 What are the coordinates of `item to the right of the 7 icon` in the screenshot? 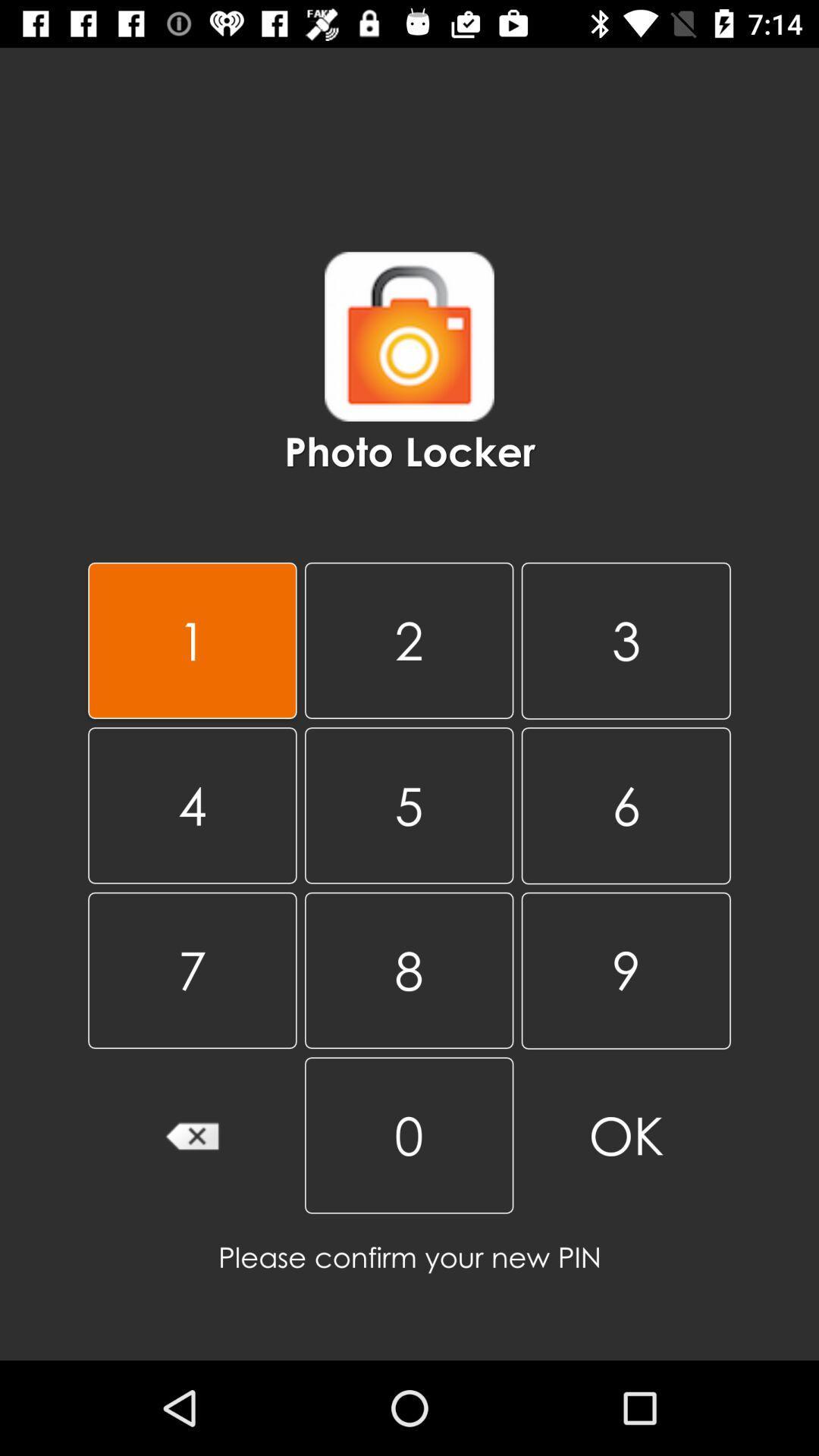 It's located at (408, 1135).